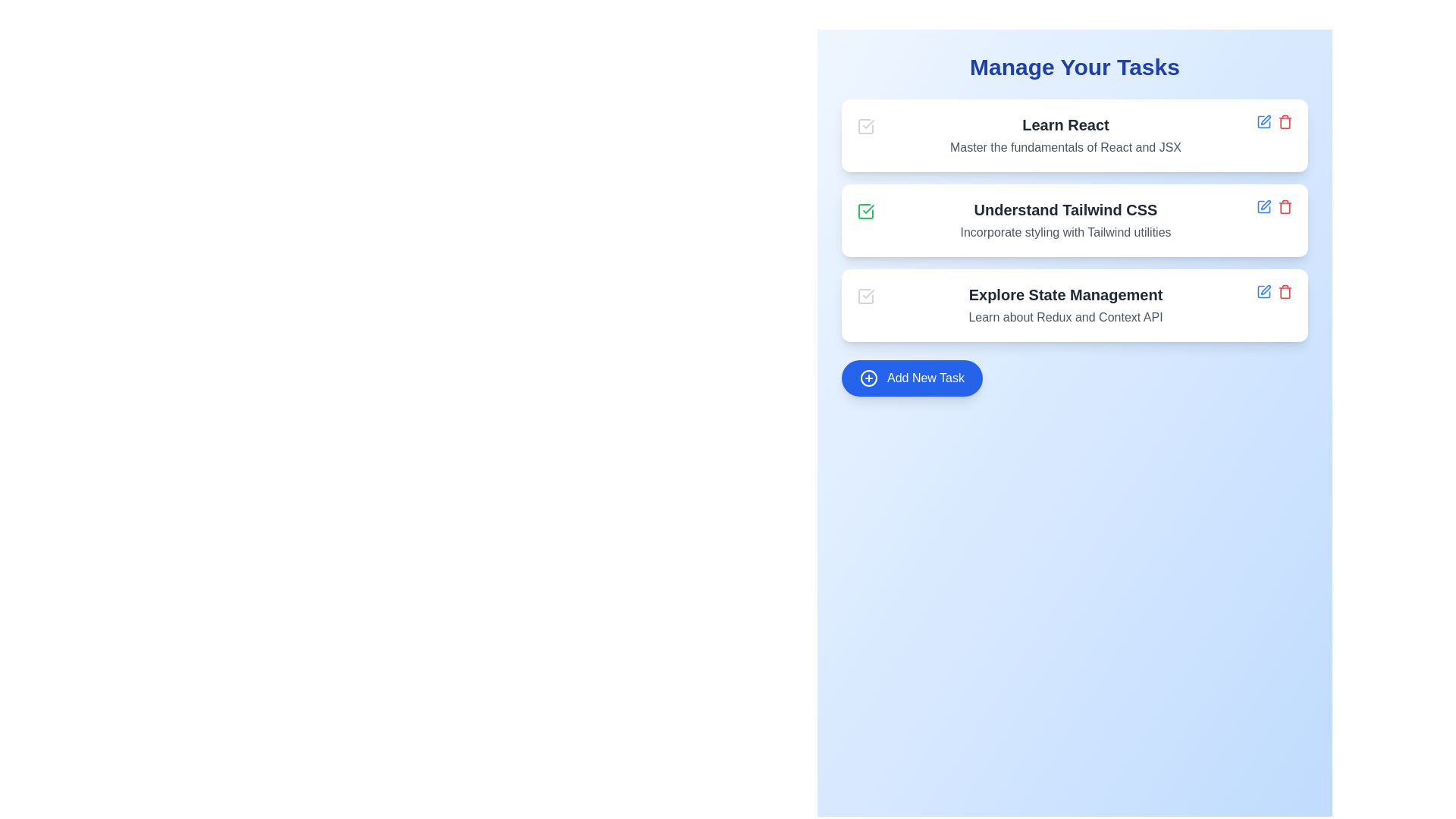 The height and width of the screenshot is (819, 1456). I want to click on the pen icon located to the right of the 'Learn React' task in the task list, so click(1266, 119).